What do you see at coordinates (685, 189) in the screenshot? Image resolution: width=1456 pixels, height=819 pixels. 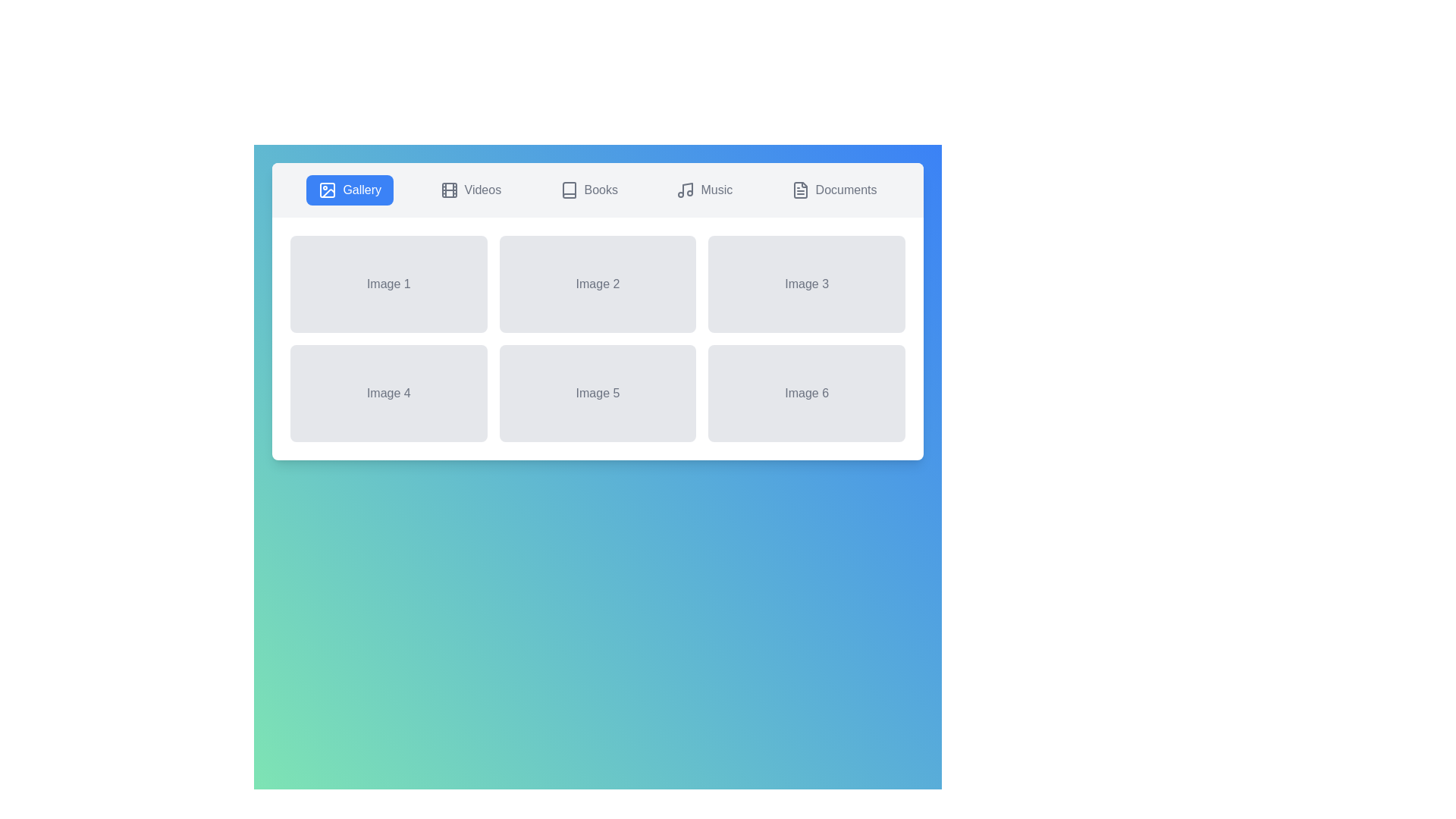 I see `the 'Music' icon located at the top of the interface, which visually represents the 'Music' navigation option` at bounding box center [685, 189].